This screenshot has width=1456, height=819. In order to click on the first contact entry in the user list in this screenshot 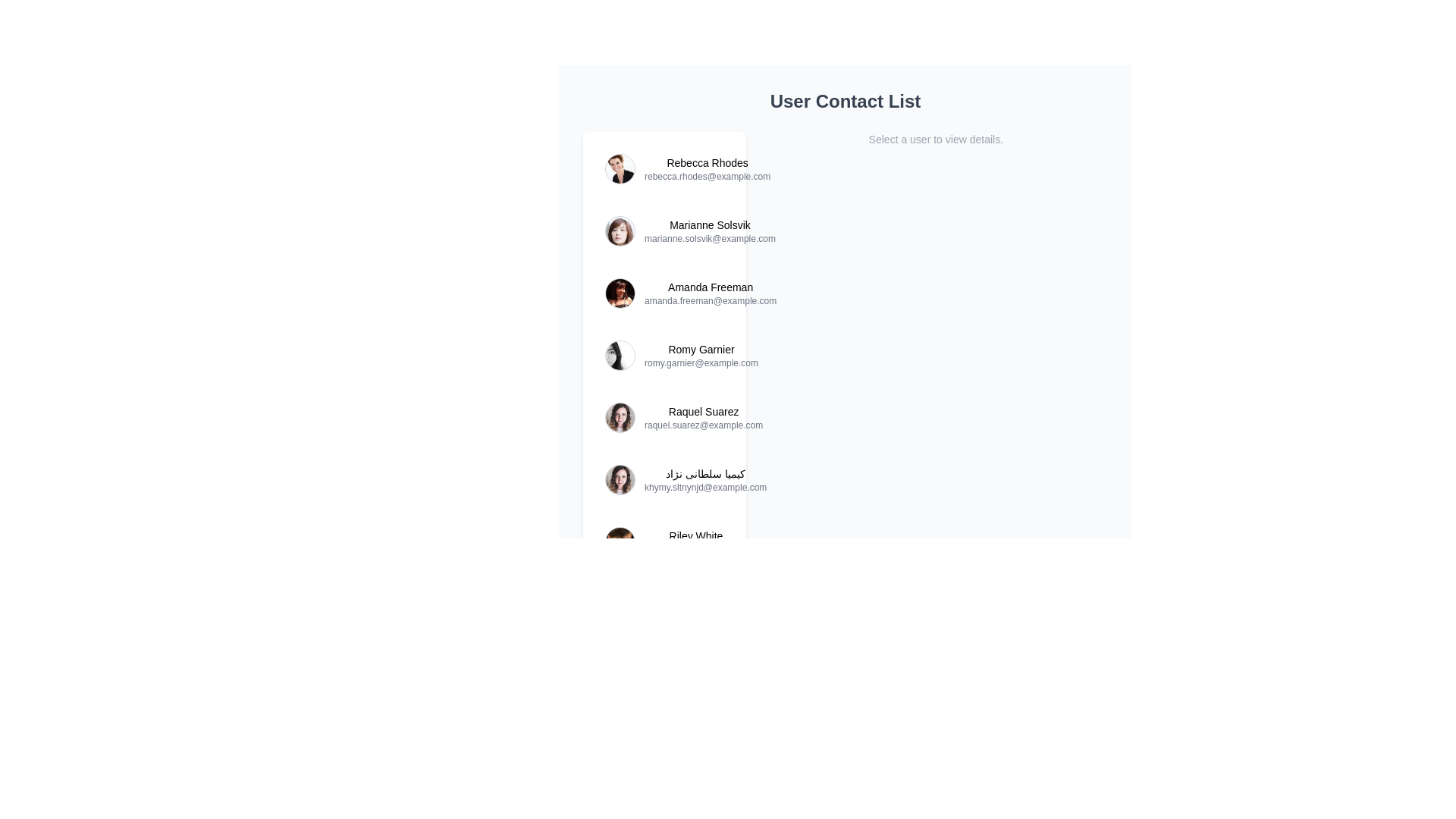, I will do `click(664, 169)`.